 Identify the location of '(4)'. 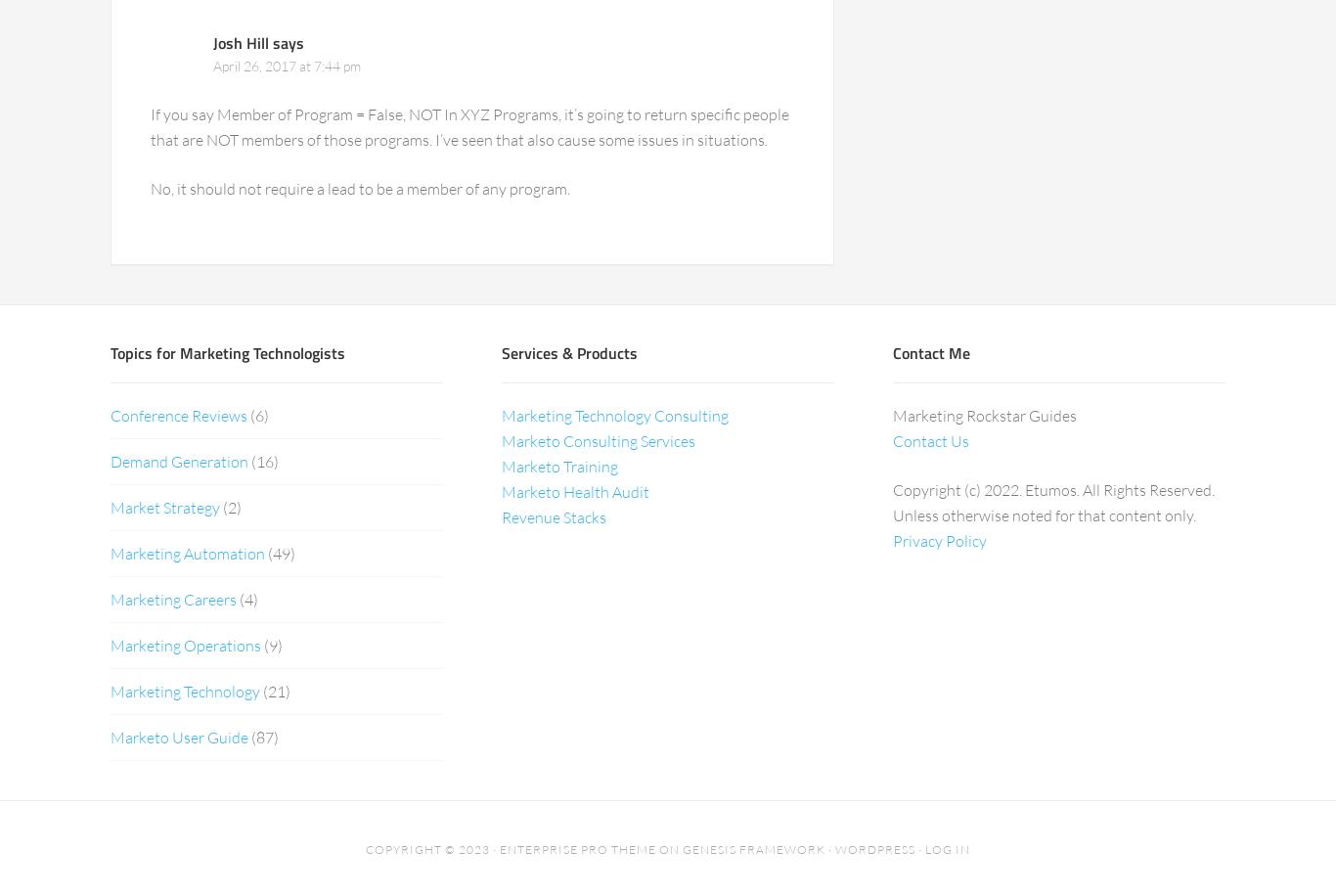
(246, 598).